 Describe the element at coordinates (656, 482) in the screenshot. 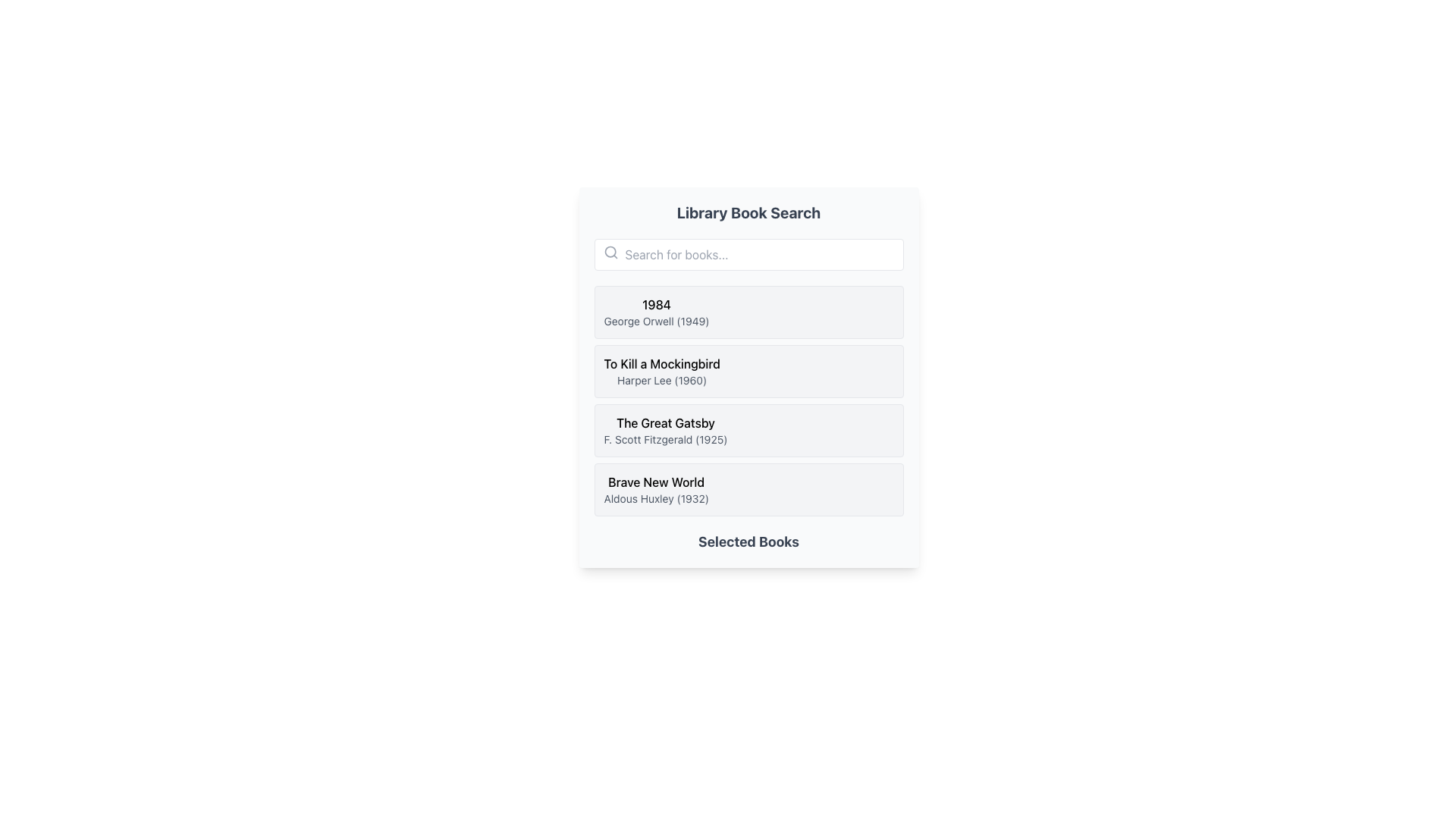

I see `the title of the book displayed` at that location.